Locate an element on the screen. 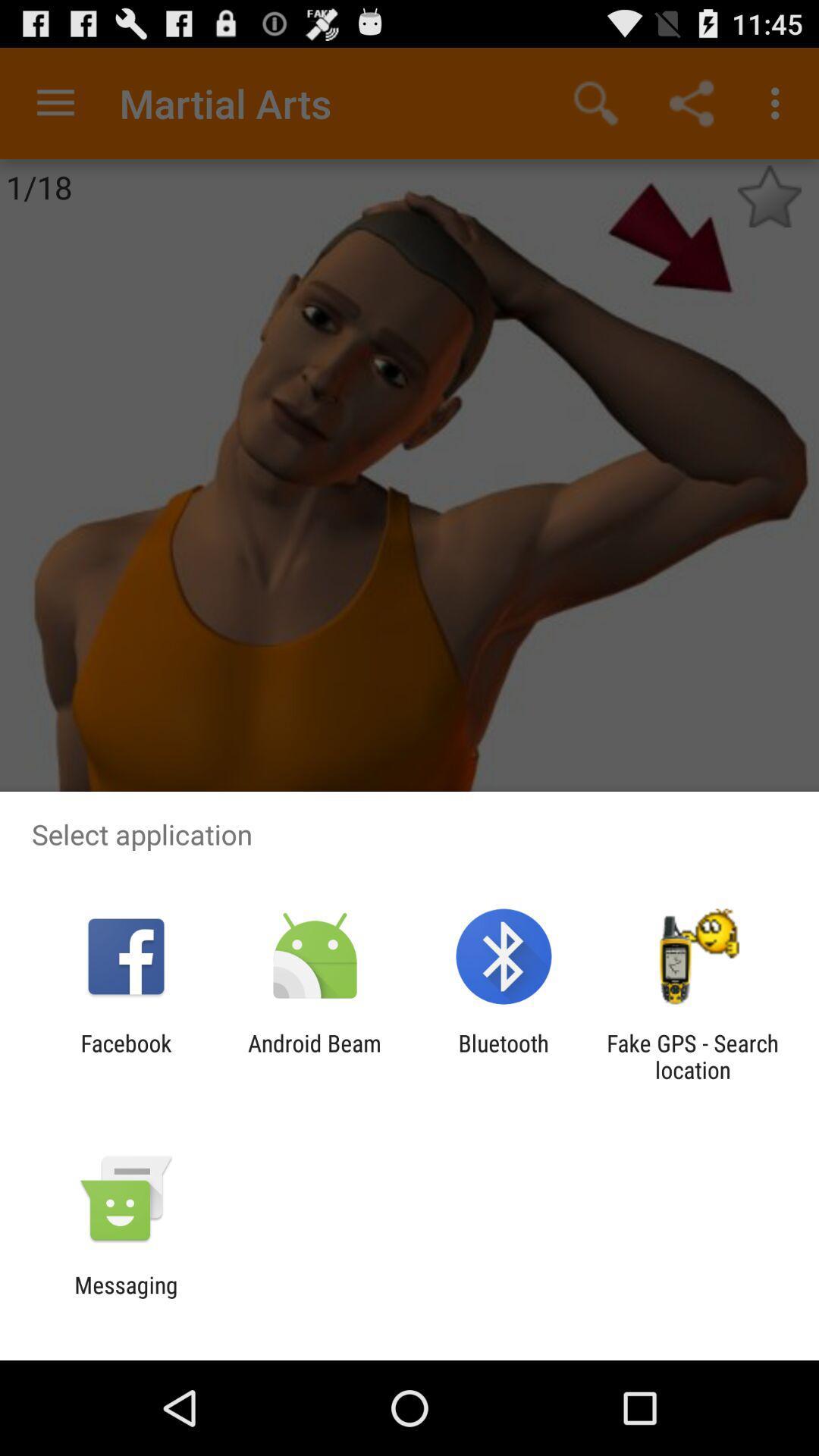 The height and width of the screenshot is (1456, 819). the facebook item is located at coordinates (125, 1056).